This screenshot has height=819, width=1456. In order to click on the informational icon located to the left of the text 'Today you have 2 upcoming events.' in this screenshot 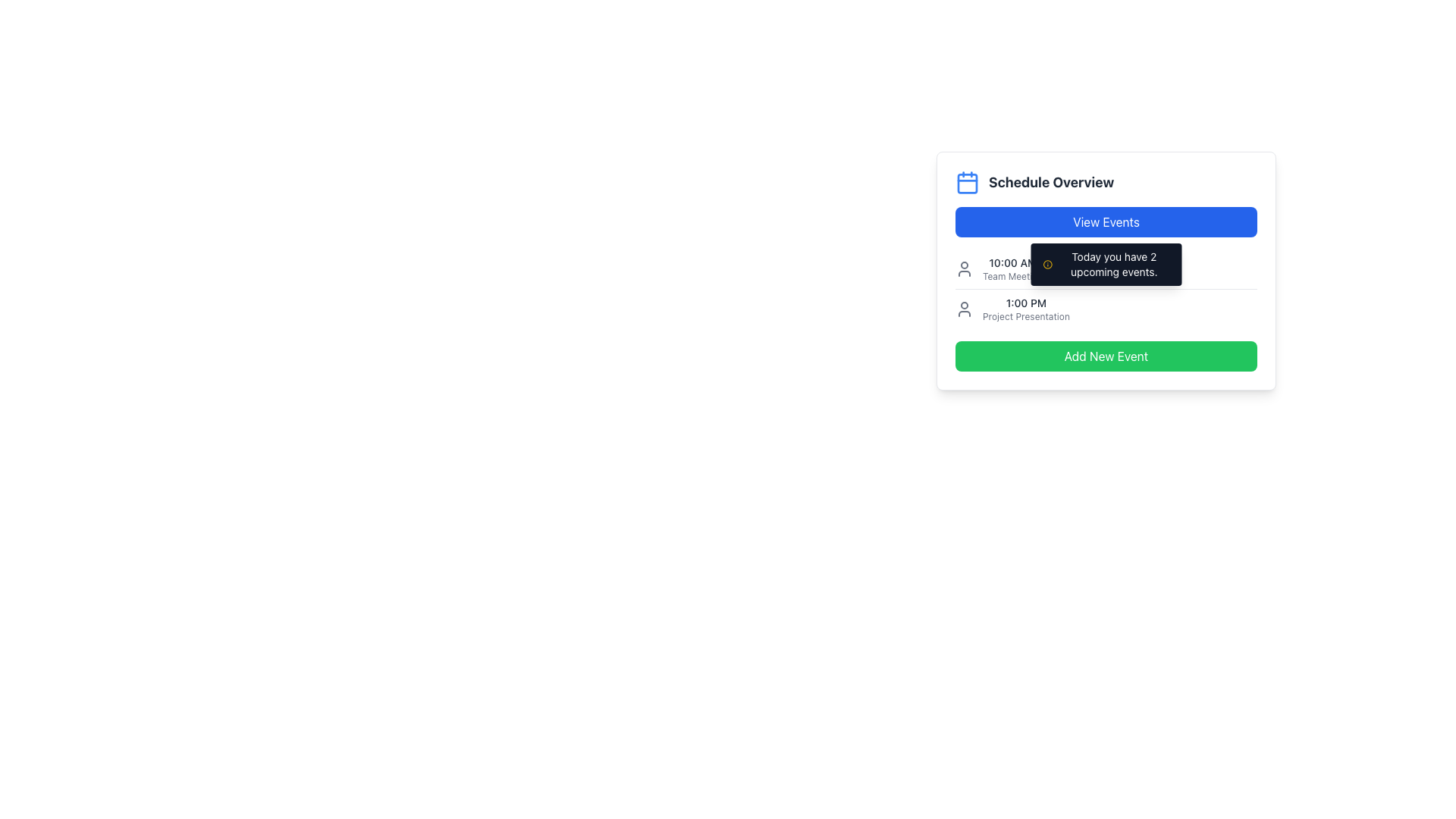, I will do `click(1046, 263)`.